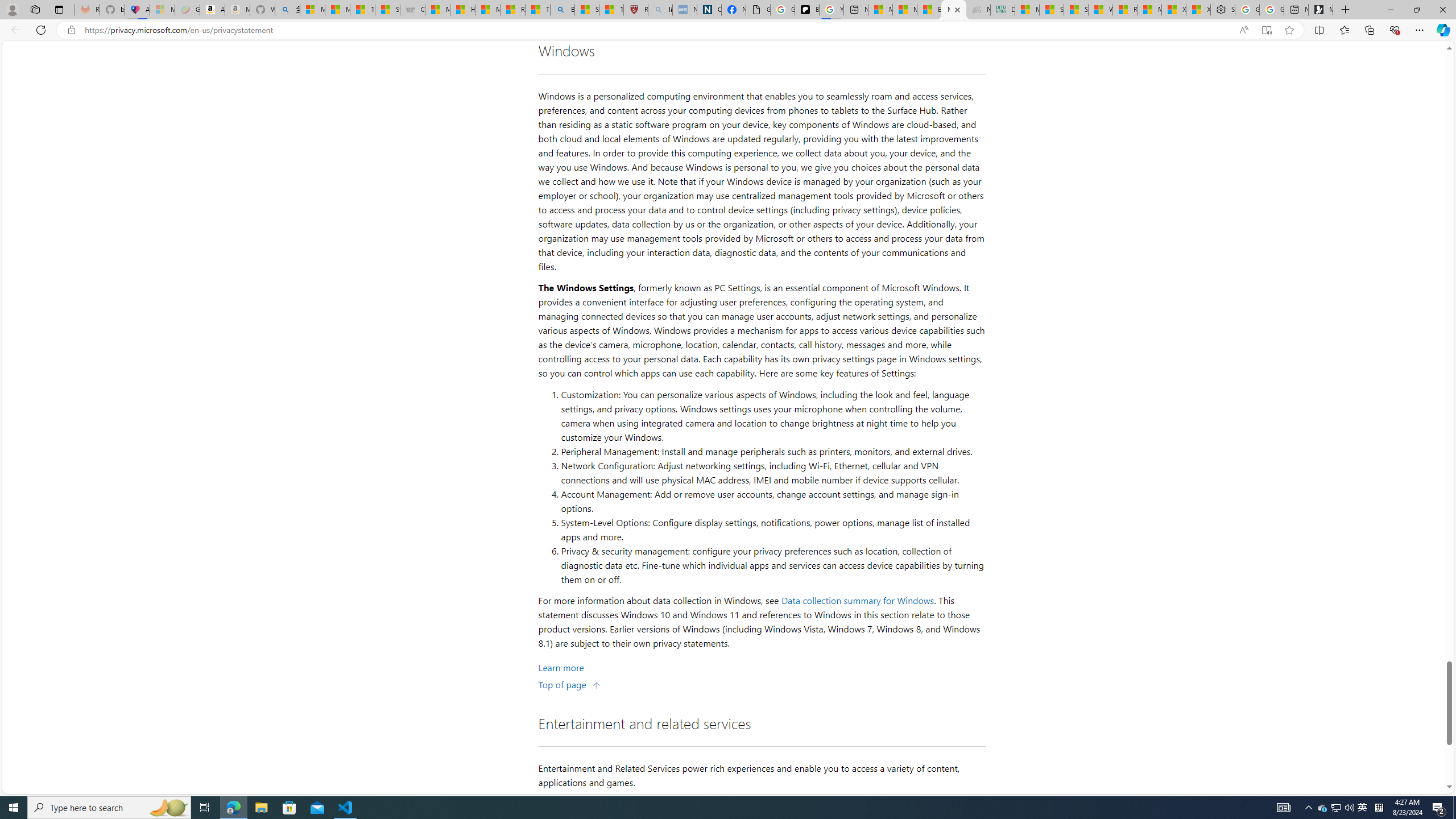 This screenshot has width=1456, height=819. Describe the element at coordinates (1266, 30) in the screenshot. I see `'Enter Immersive Reader (F9)'` at that location.